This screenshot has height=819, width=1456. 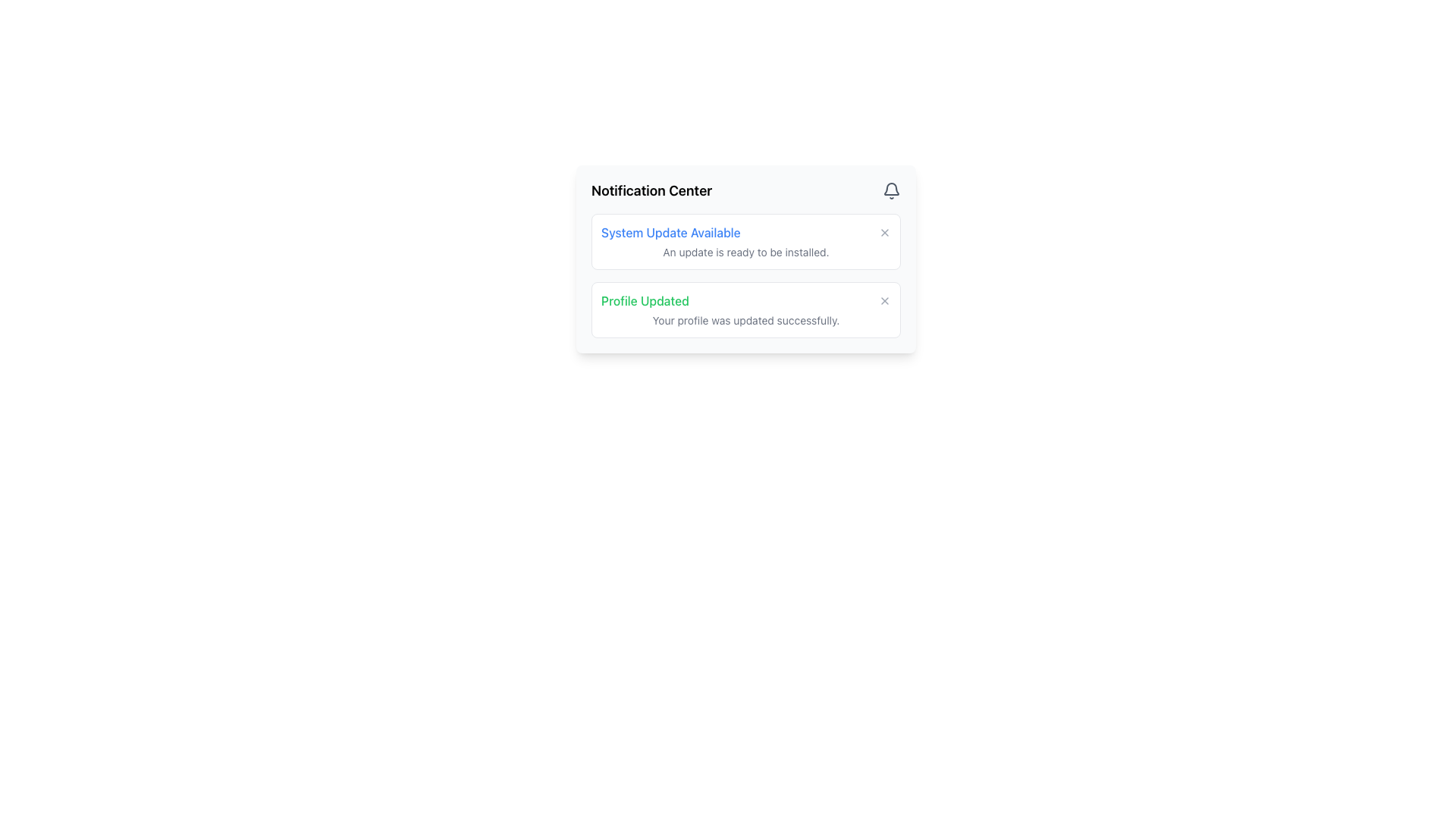 What do you see at coordinates (745, 241) in the screenshot?
I see `notification text displayed in the top notification message of the notification center card, located just below the title 'Notification Center'` at bounding box center [745, 241].